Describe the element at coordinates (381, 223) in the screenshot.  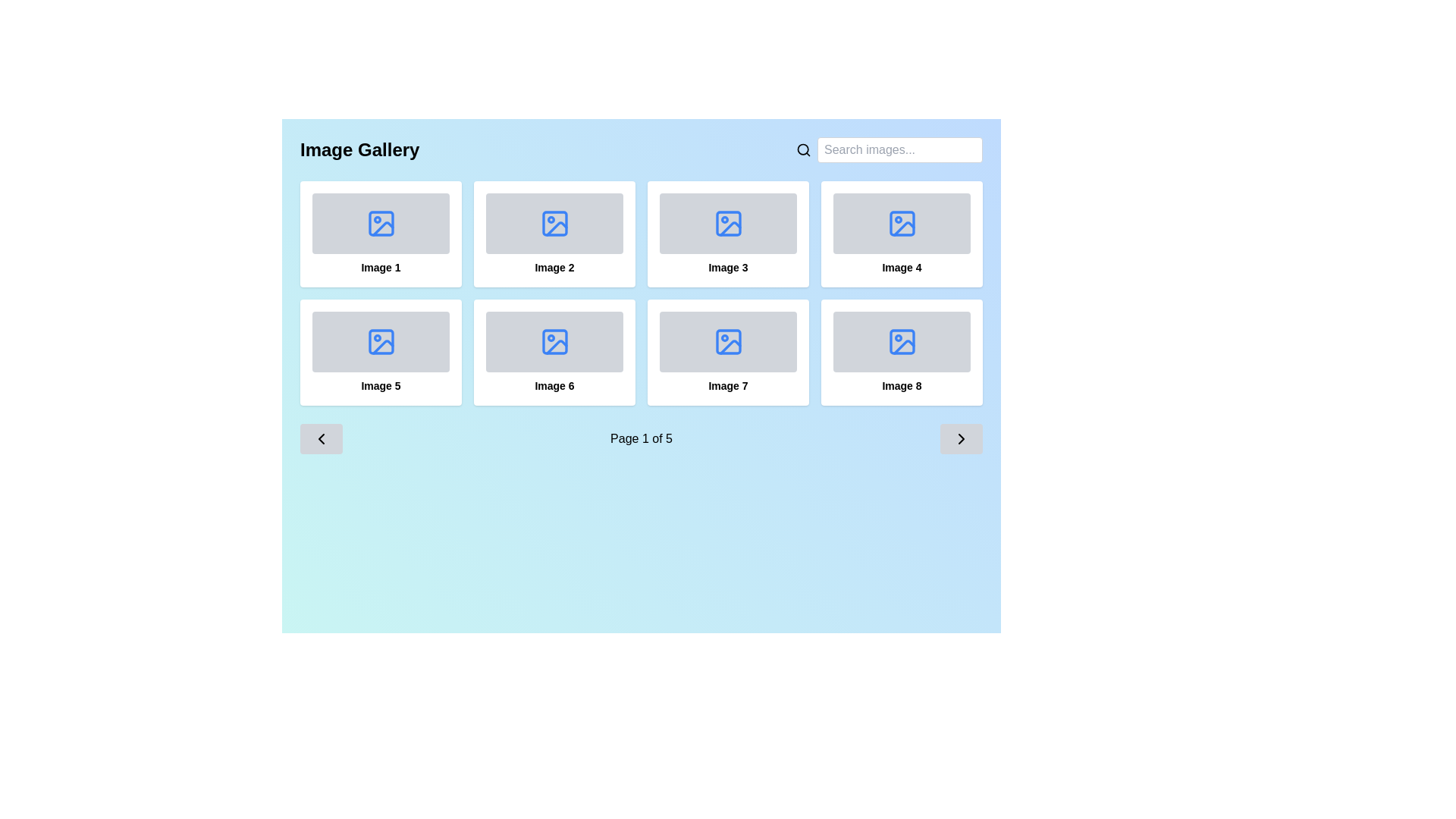
I see `the first image icon` at that location.